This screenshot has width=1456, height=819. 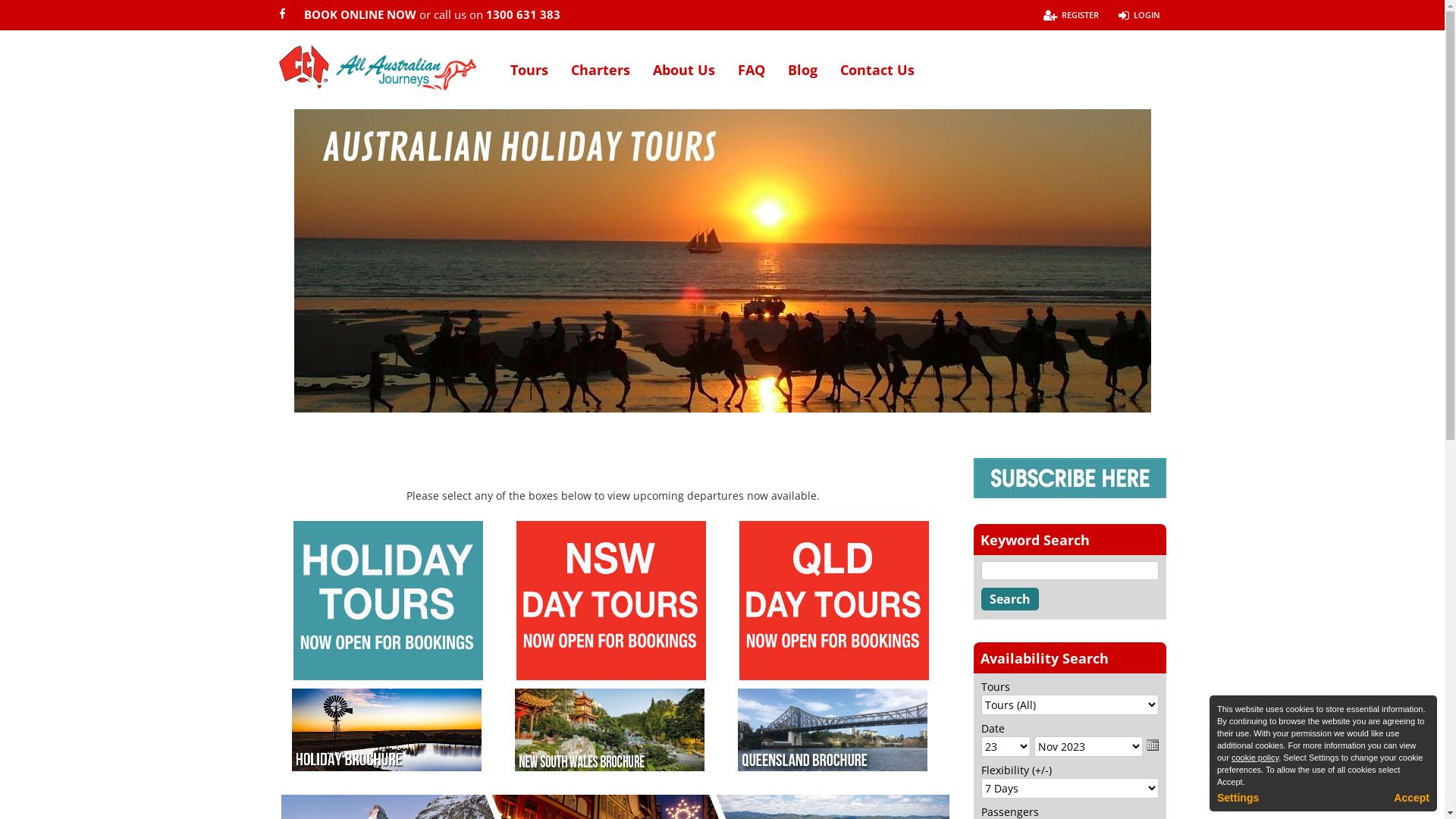 I want to click on 'Cross Country Tours | Tel: 07 3869 7444', so click(x=378, y=67).